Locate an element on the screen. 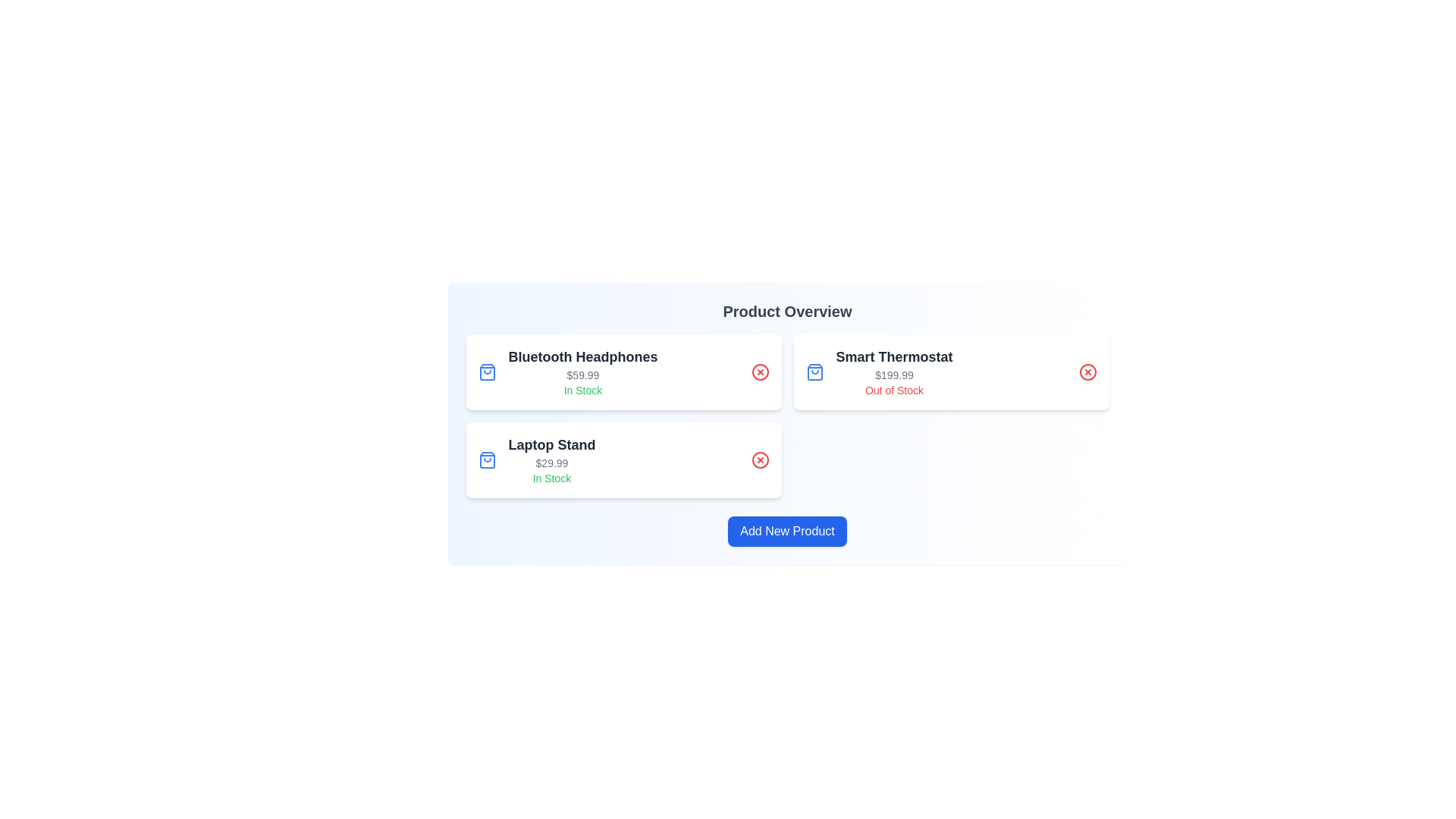 This screenshot has width=1456, height=819. the shopping bag icon for the product Smart Thermostat is located at coordinates (814, 372).